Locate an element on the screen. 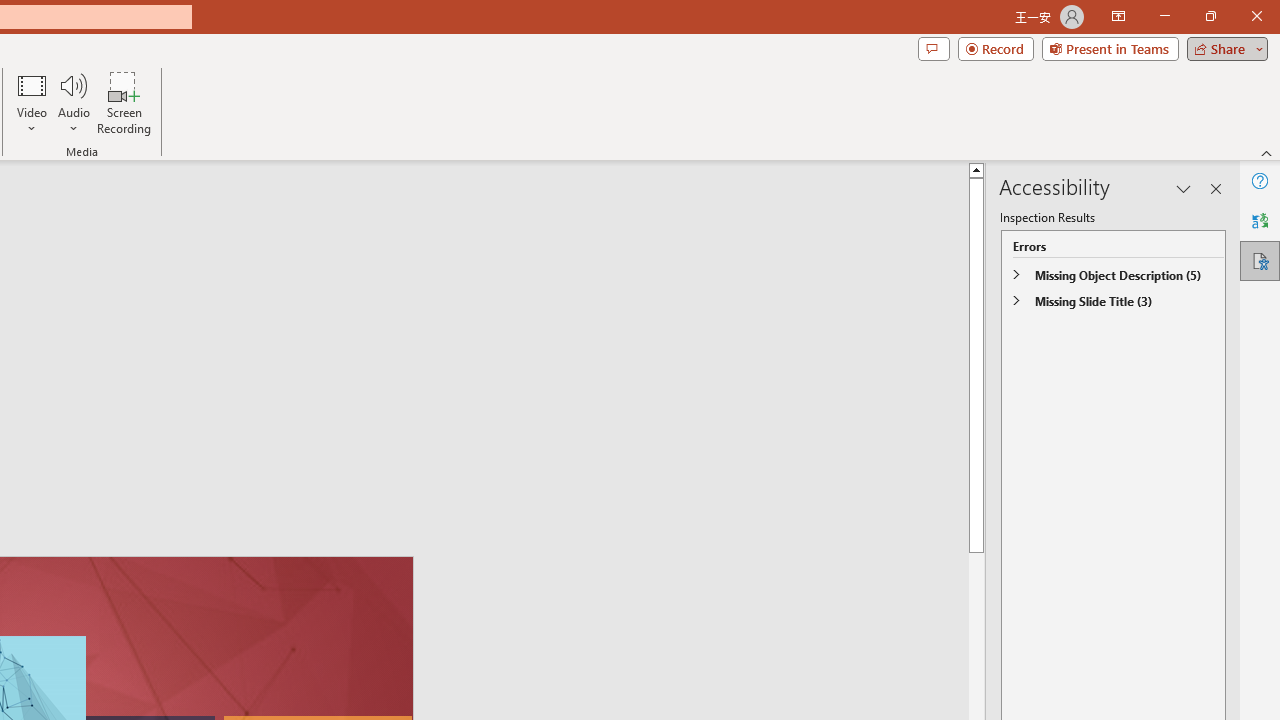  'Video' is located at coordinates (32, 103).